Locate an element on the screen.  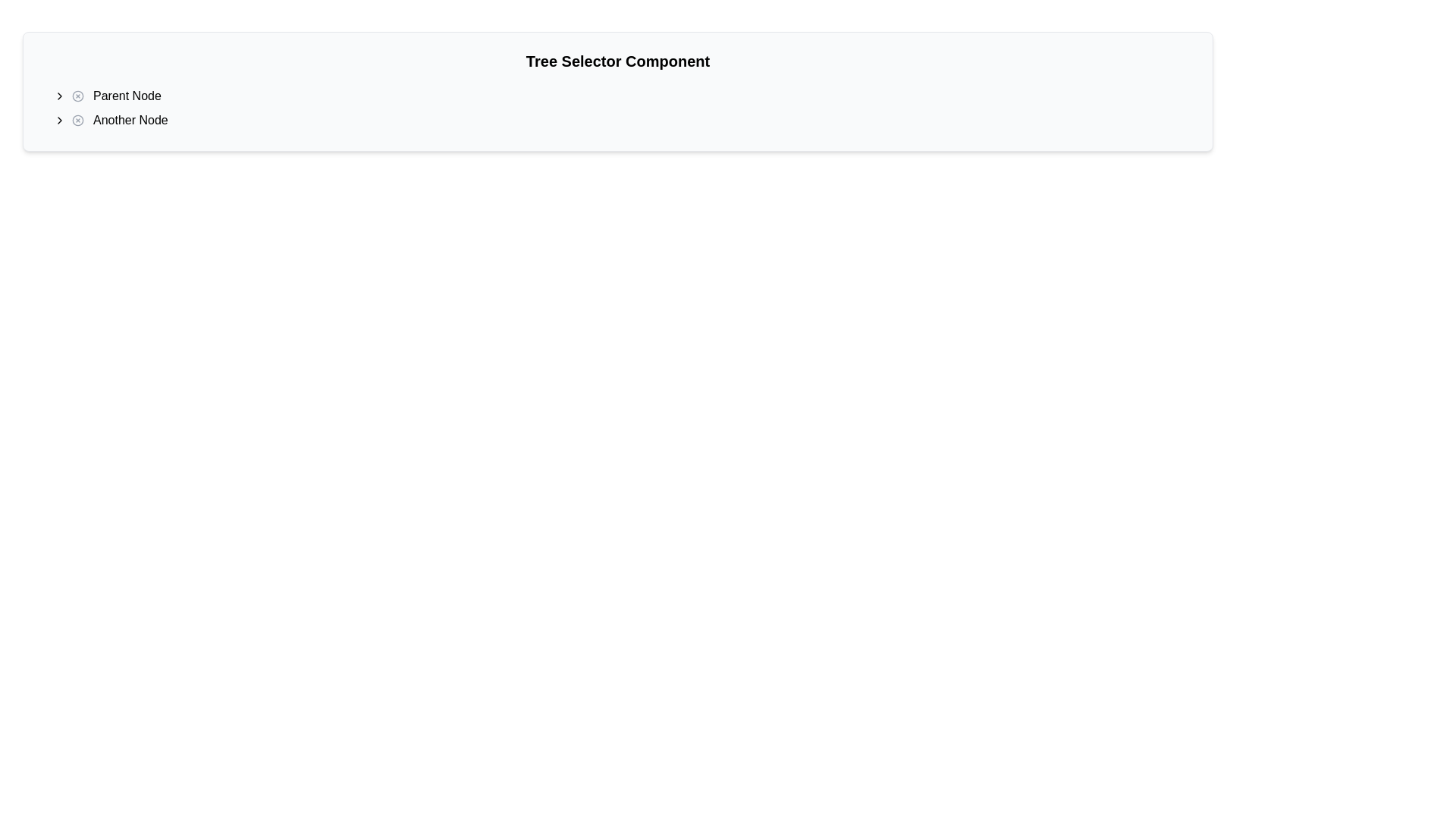
the text label representing a selectable node in the tree structure is located at coordinates (119, 119).